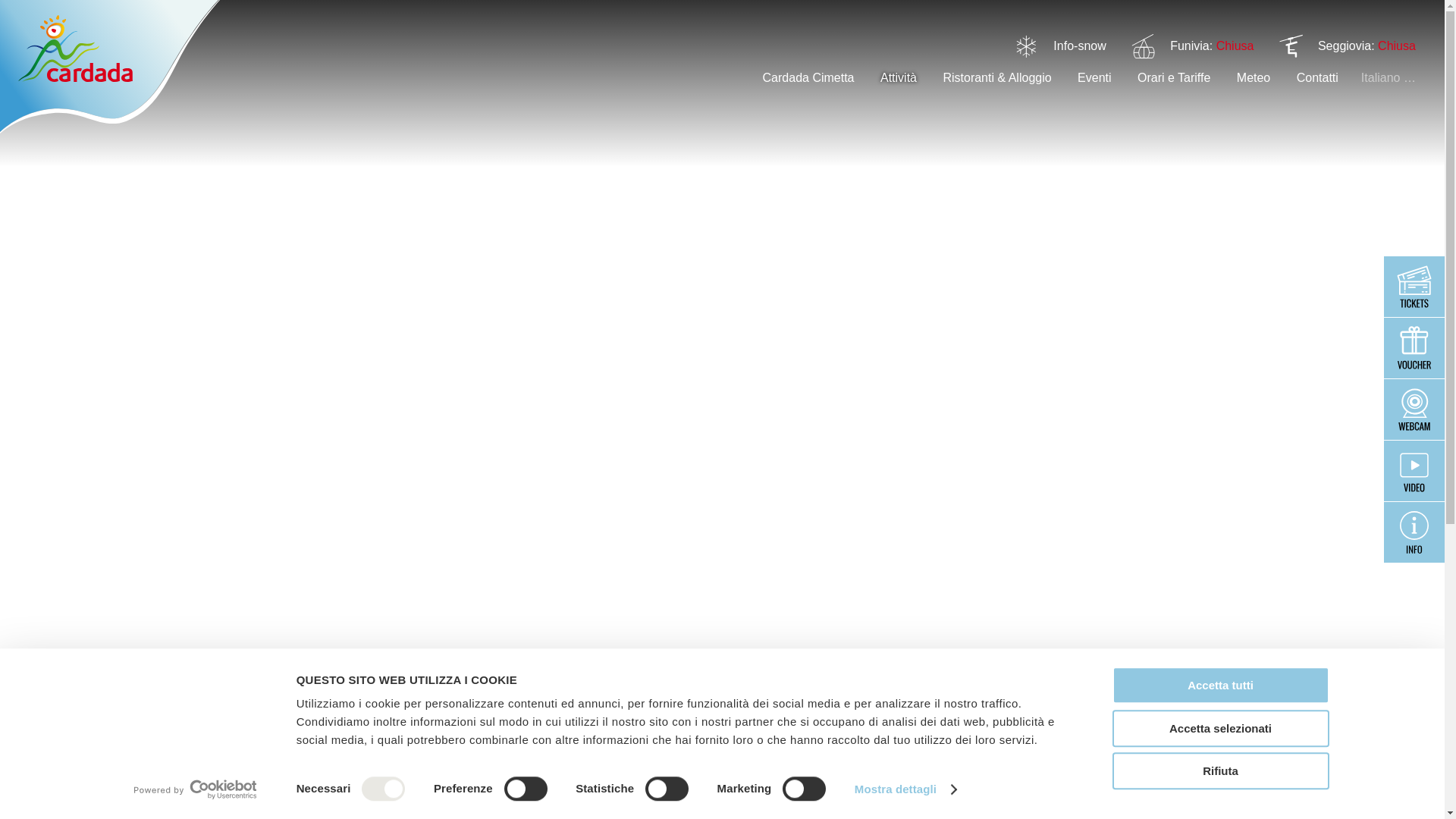 This screenshot has height=819, width=1456. Describe the element at coordinates (1219, 770) in the screenshot. I see `'Rifiuta'` at that location.